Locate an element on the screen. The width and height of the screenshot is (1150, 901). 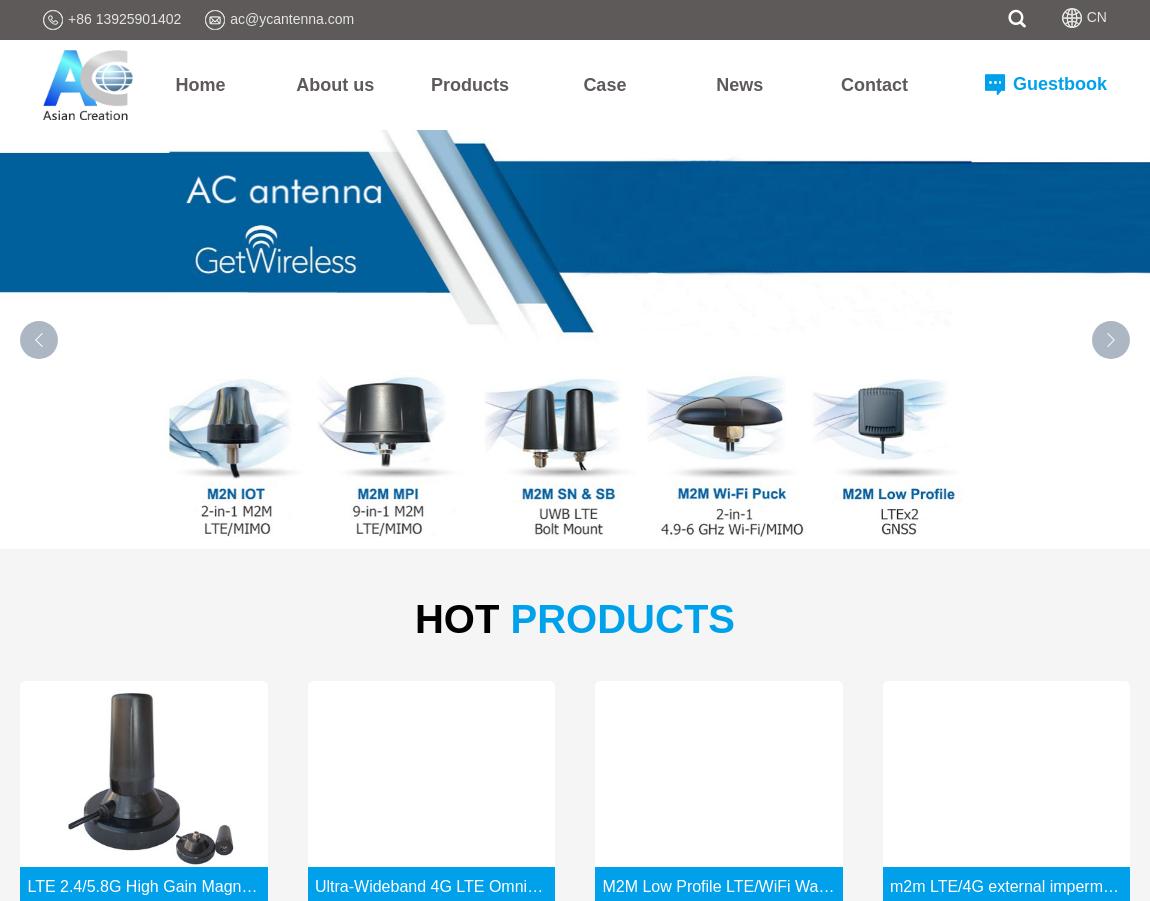
'Contact' is located at coordinates (874, 82).